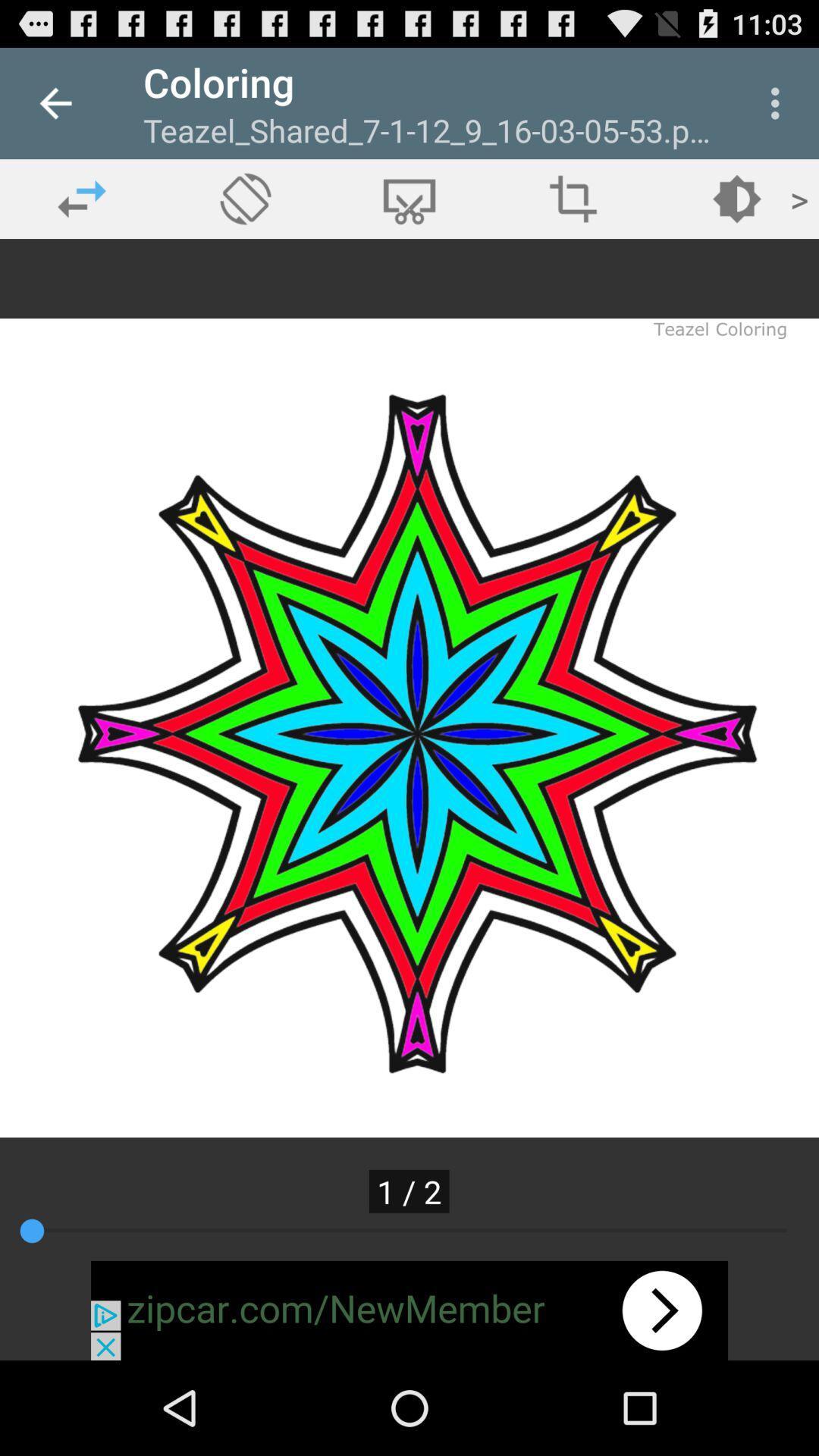  Describe the element at coordinates (736, 198) in the screenshot. I see `brightness setting` at that location.